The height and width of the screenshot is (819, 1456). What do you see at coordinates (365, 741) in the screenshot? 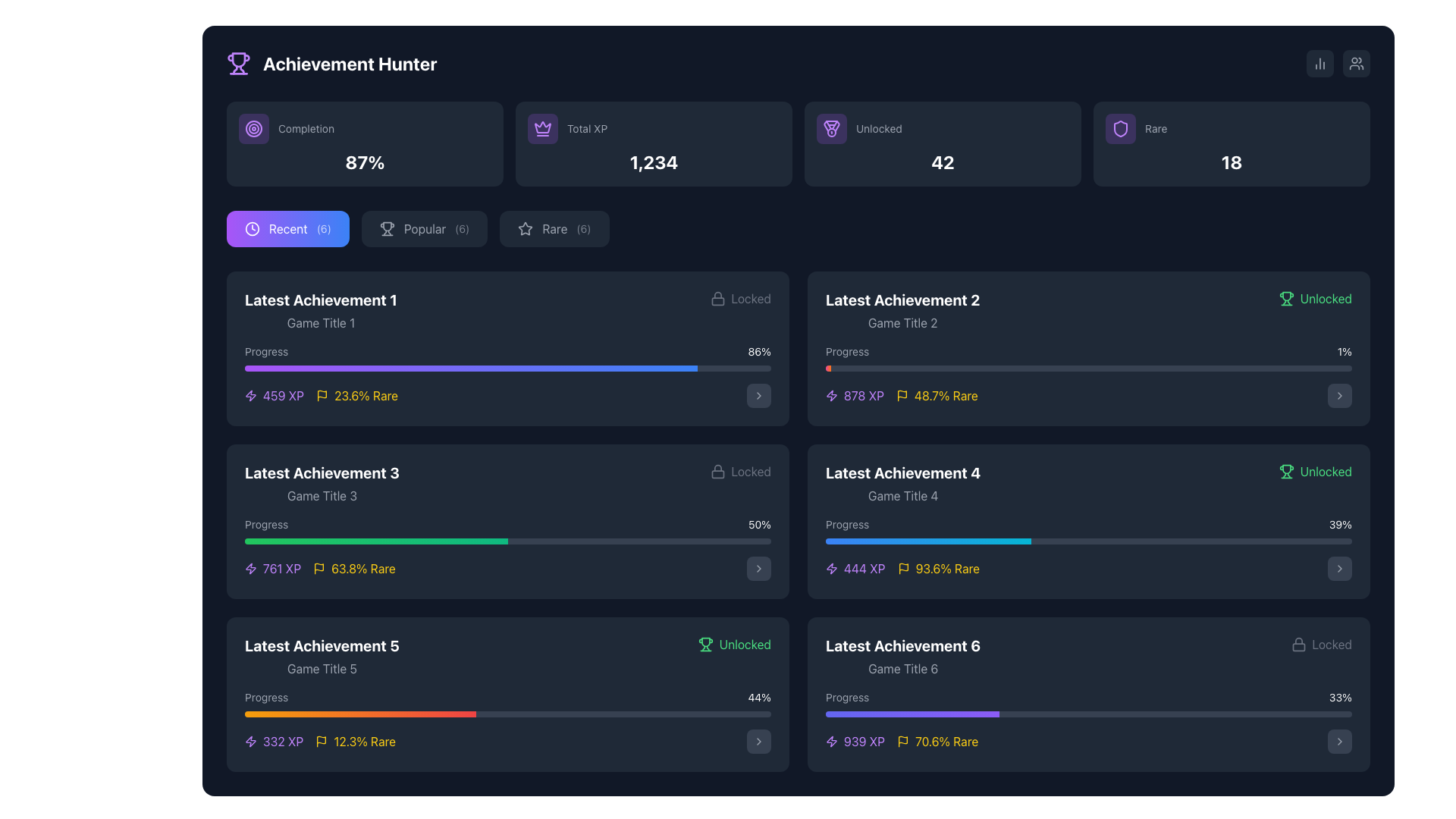
I see `the text label displaying '12.3% Rare' in yellow color, located in the 'Latest Achievement 5' section, positioned below the progress bar and to the right of the XP indicator` at bounding box center [365, 741].